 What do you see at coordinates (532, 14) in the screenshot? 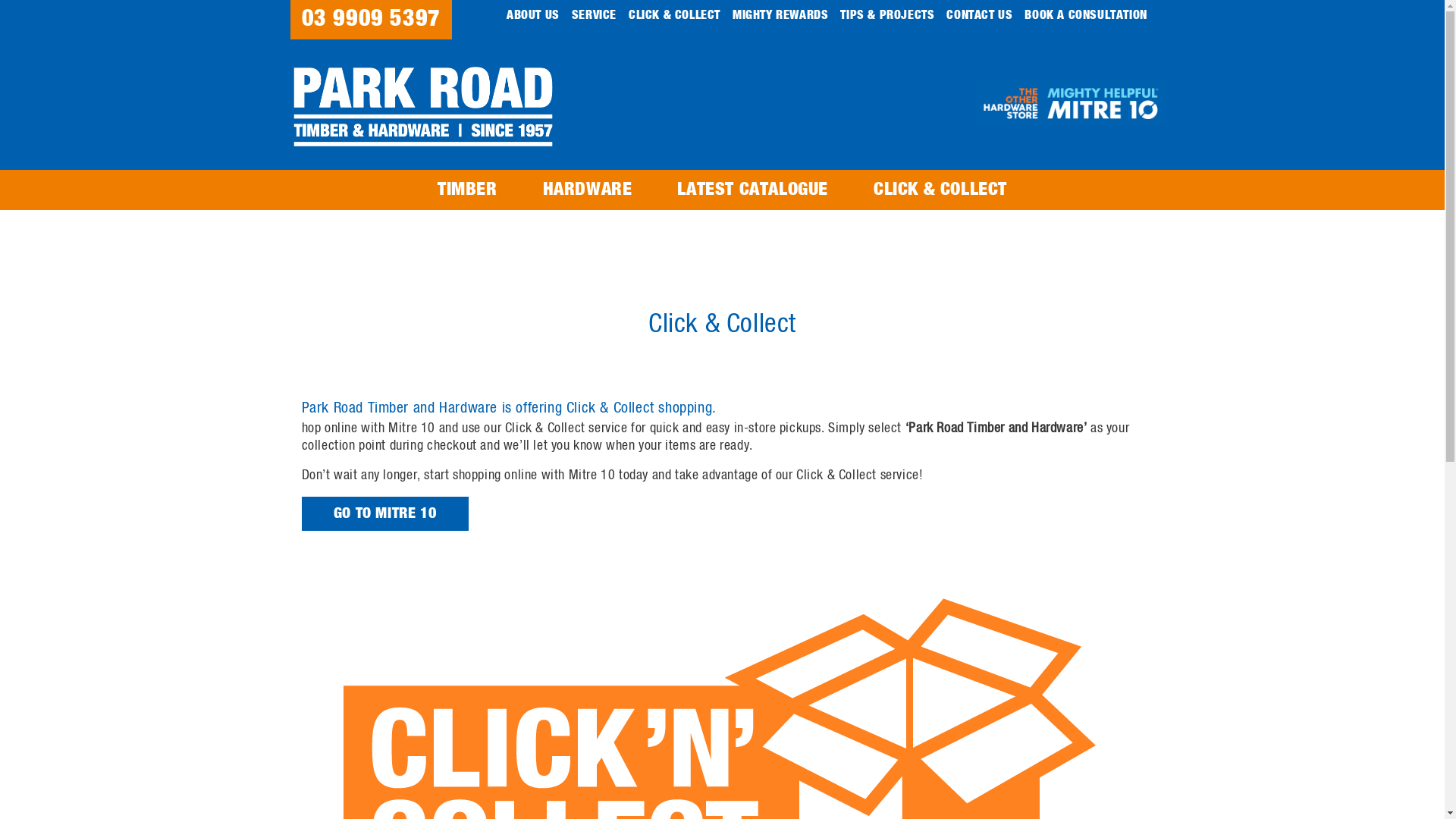
I see `'ABOUT US'` at bounding box center [532, 14].